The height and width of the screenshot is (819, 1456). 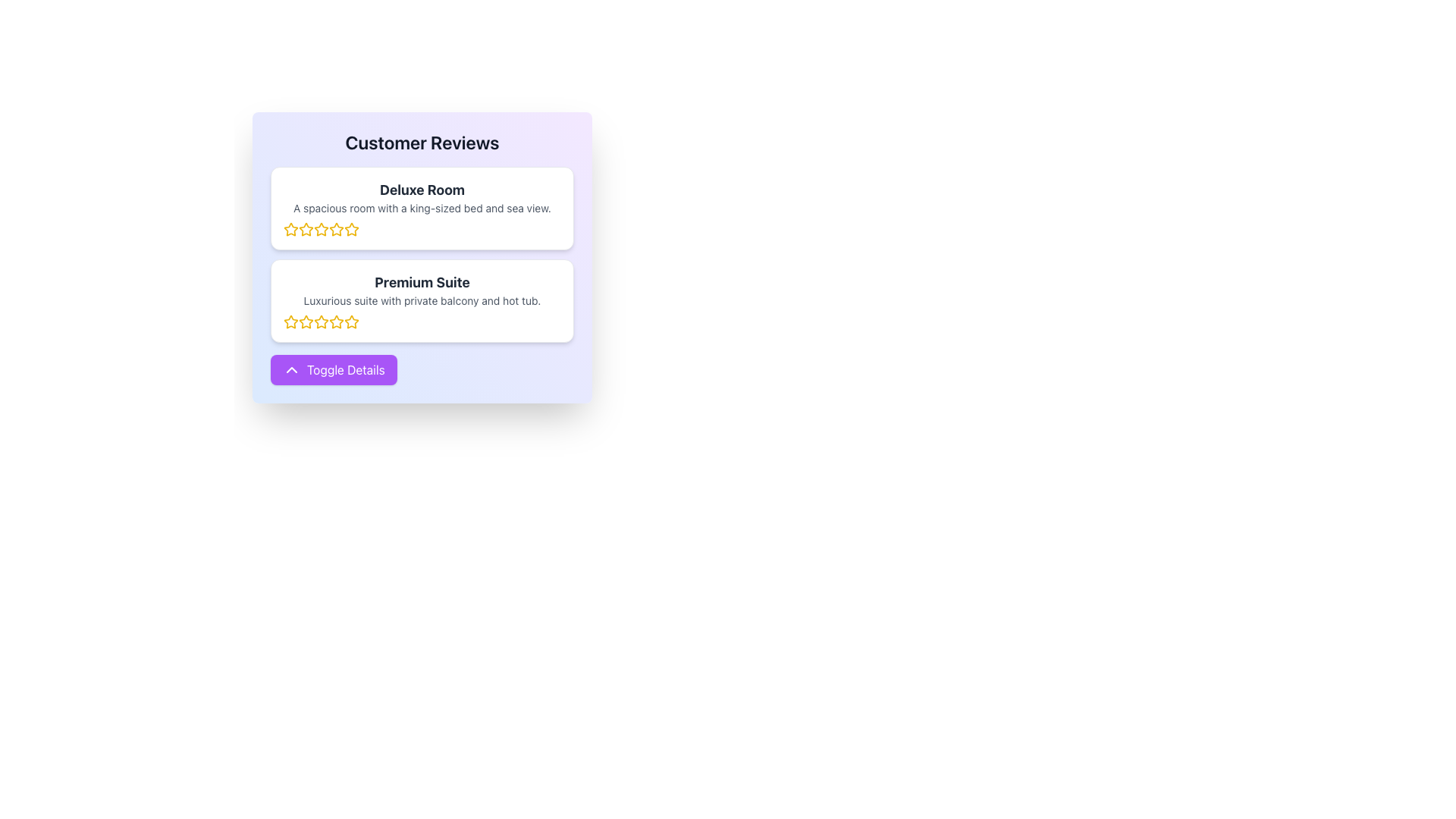 What do you see at coordinates (320, 229) in the screenshot?
I see `the second star icon in the rating system located in the 'Customer Reviews' panel below 'Deluxe Room'` at bounding box center [320, 229].